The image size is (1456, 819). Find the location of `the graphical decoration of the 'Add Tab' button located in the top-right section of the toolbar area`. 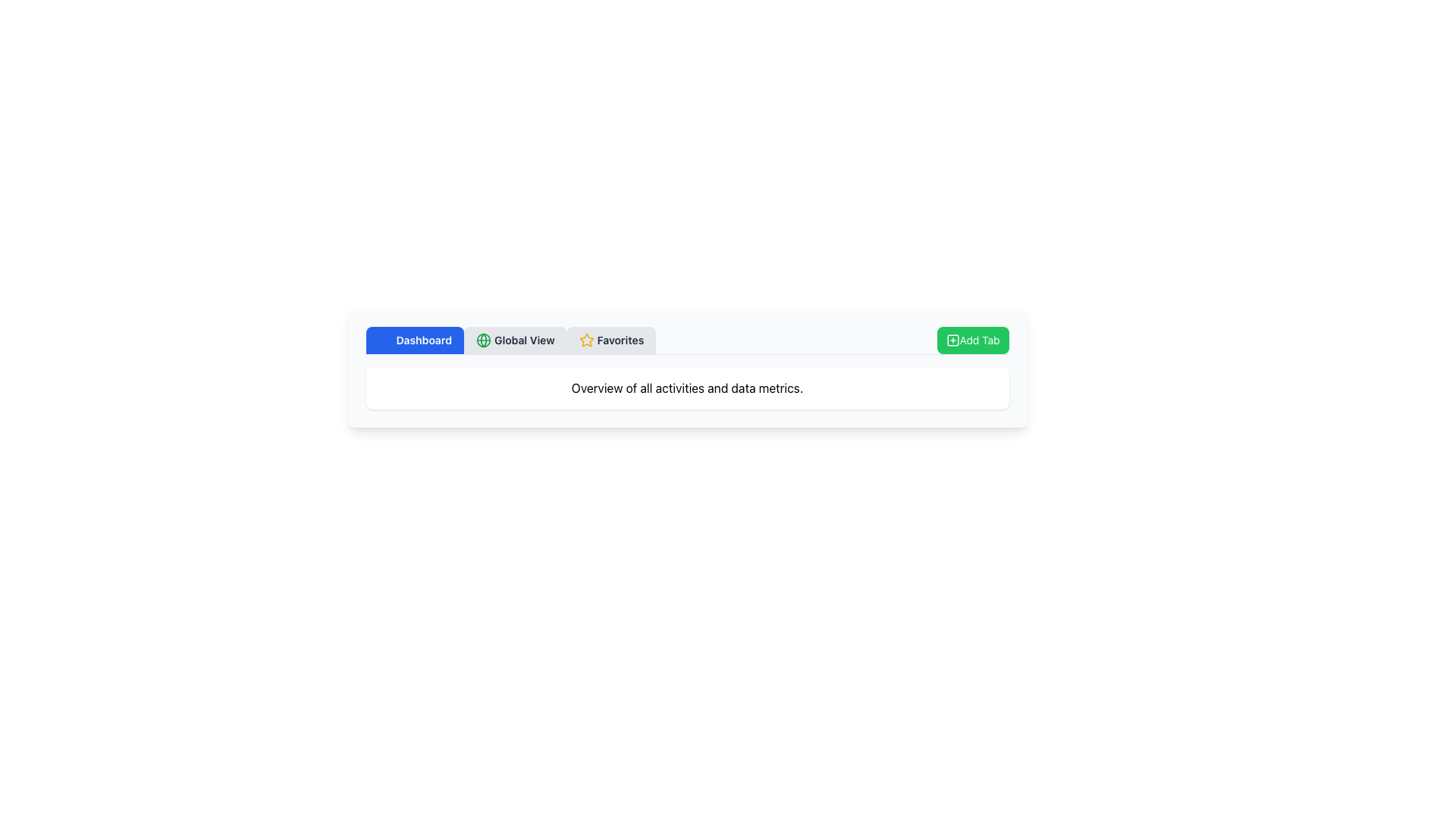

the graphical decoration of the 'Add Tab' button located in the top-right section of the toolbar area is located at coordinates (952, 339).